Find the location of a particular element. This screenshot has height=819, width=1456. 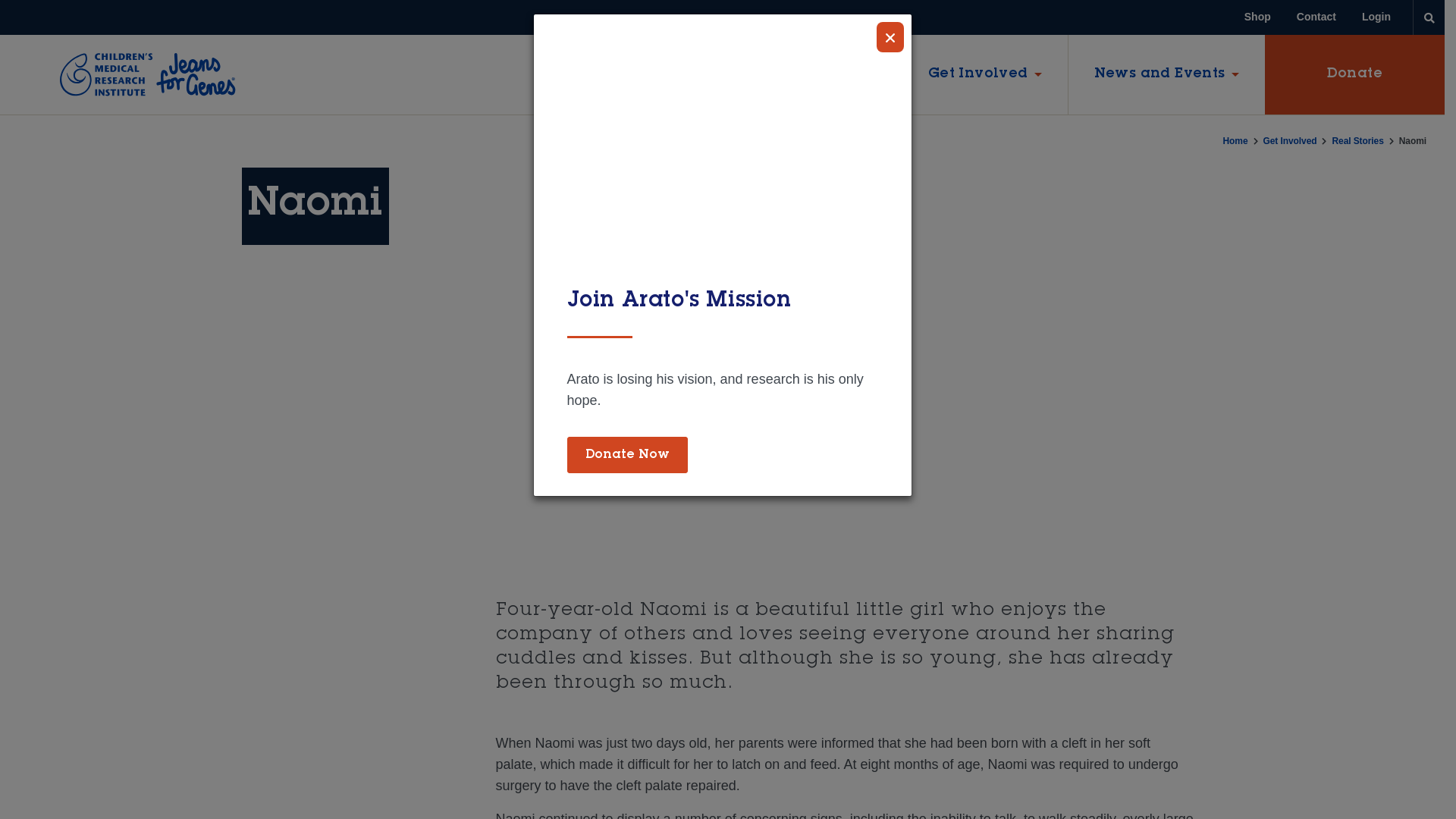

'Shop' is located at coordinates (1257, 17).